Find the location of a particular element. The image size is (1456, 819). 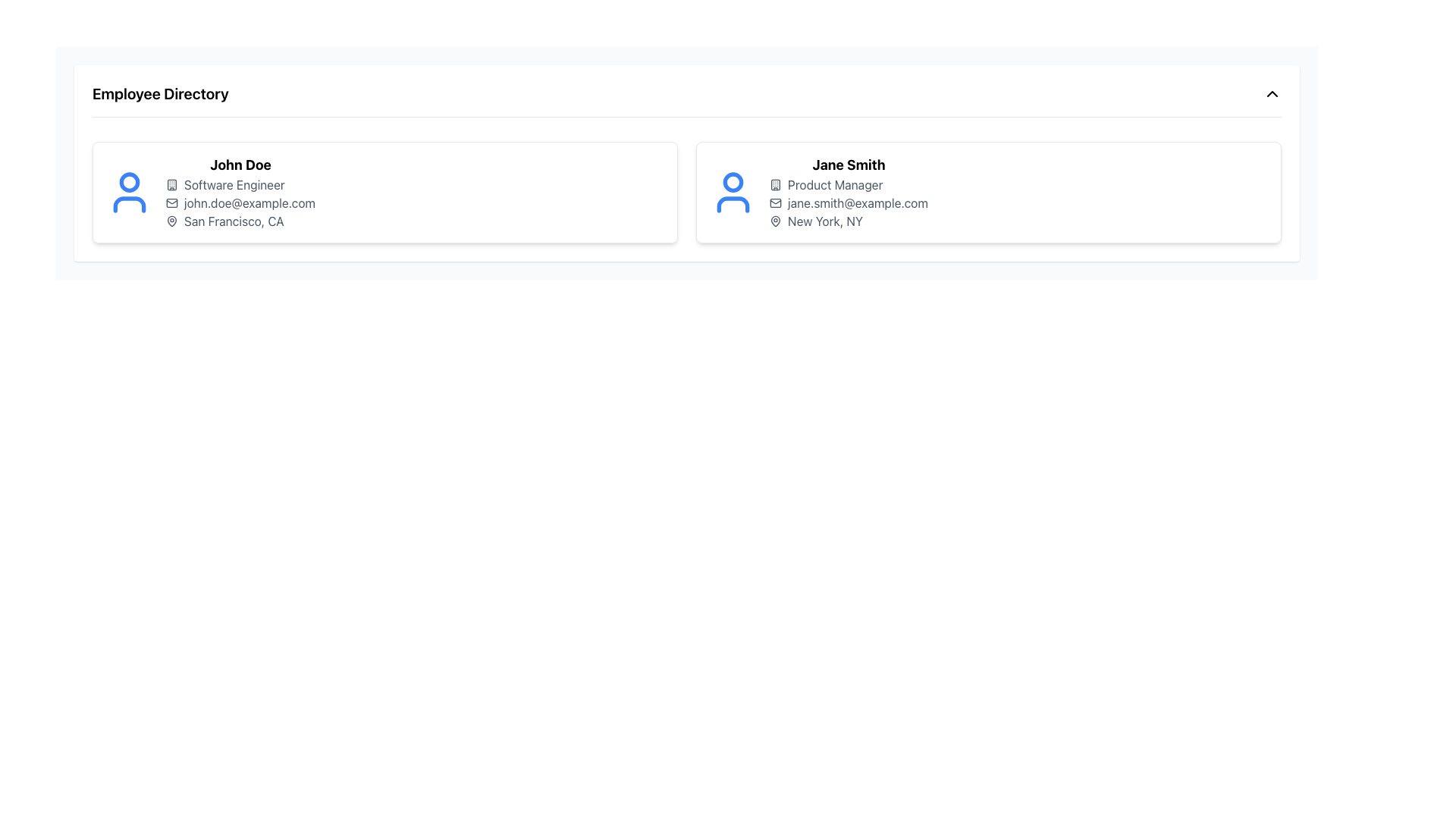

the envelope icon located next is located at coordinates (775, 202).